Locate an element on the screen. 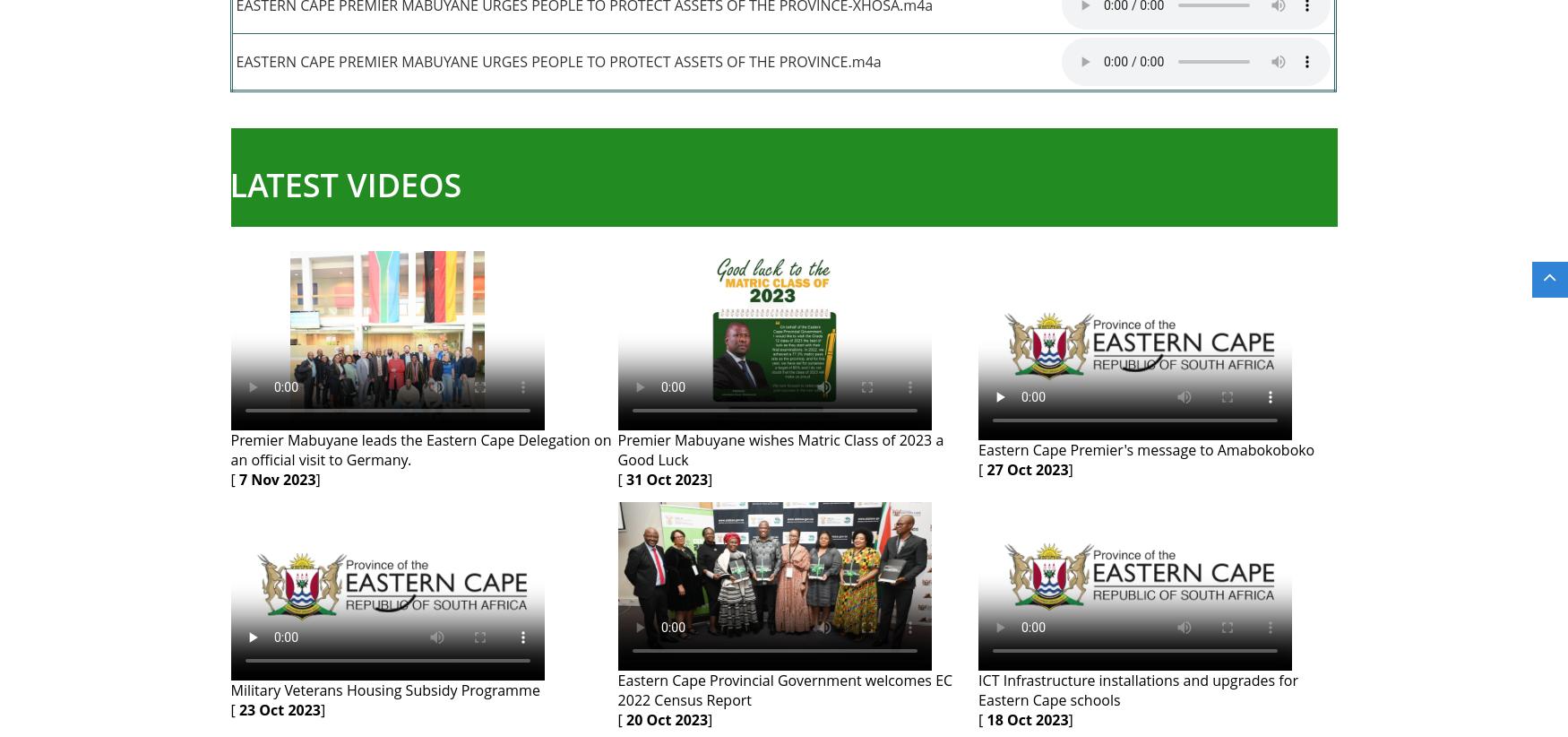 This screenshot has height=737, width=1568. 'EASTERN CAPE PREMIER MABUYANE URGES PEOPLE TO PROTECT ASSETS OF THE PROVINCE.m4a' is located at coordinates (558, 61).